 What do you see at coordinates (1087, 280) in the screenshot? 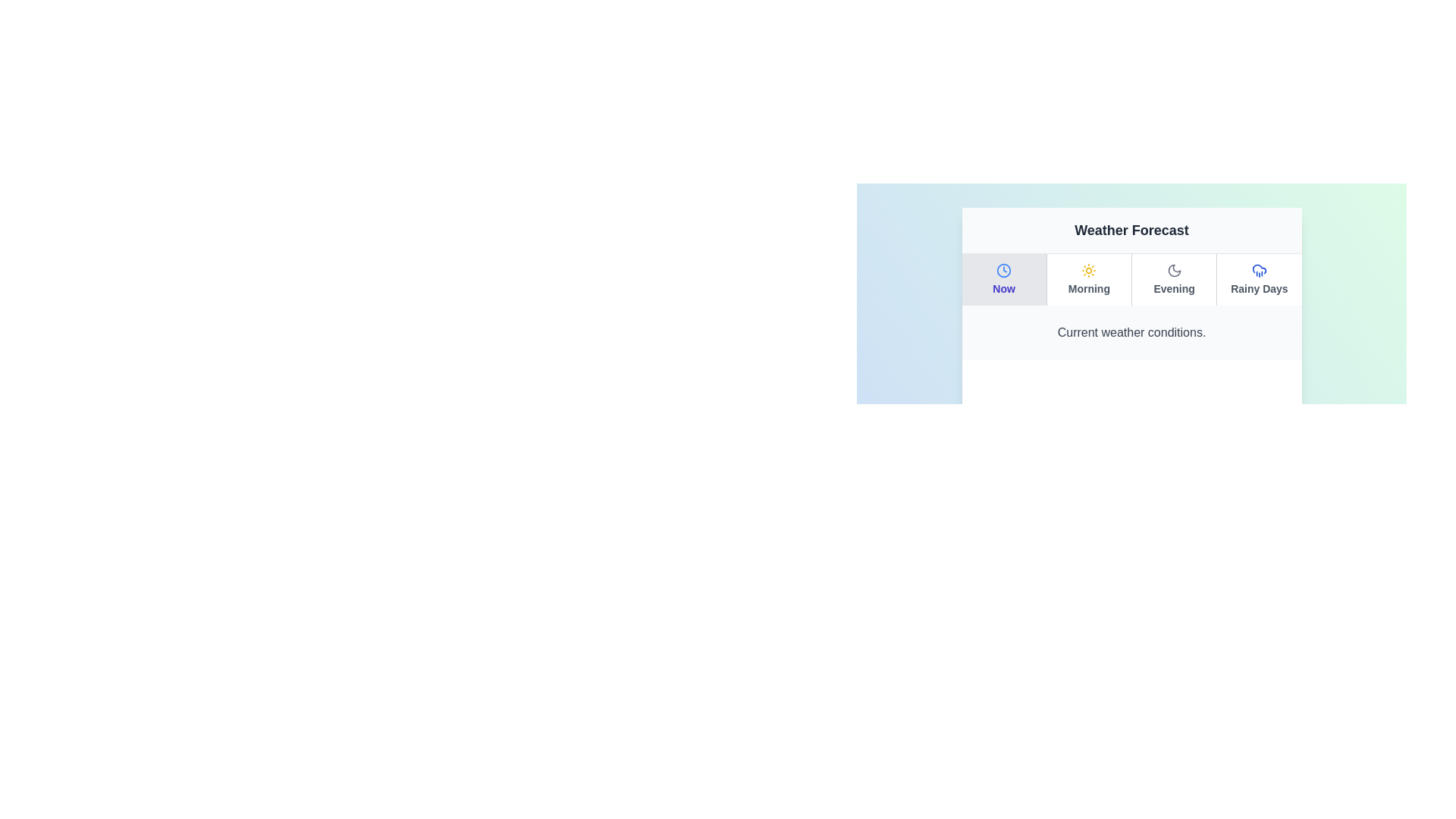
I see `the 'Morning' button, which displays a sun icon and the text 'Morning'` at bounding box center [1087, 280].